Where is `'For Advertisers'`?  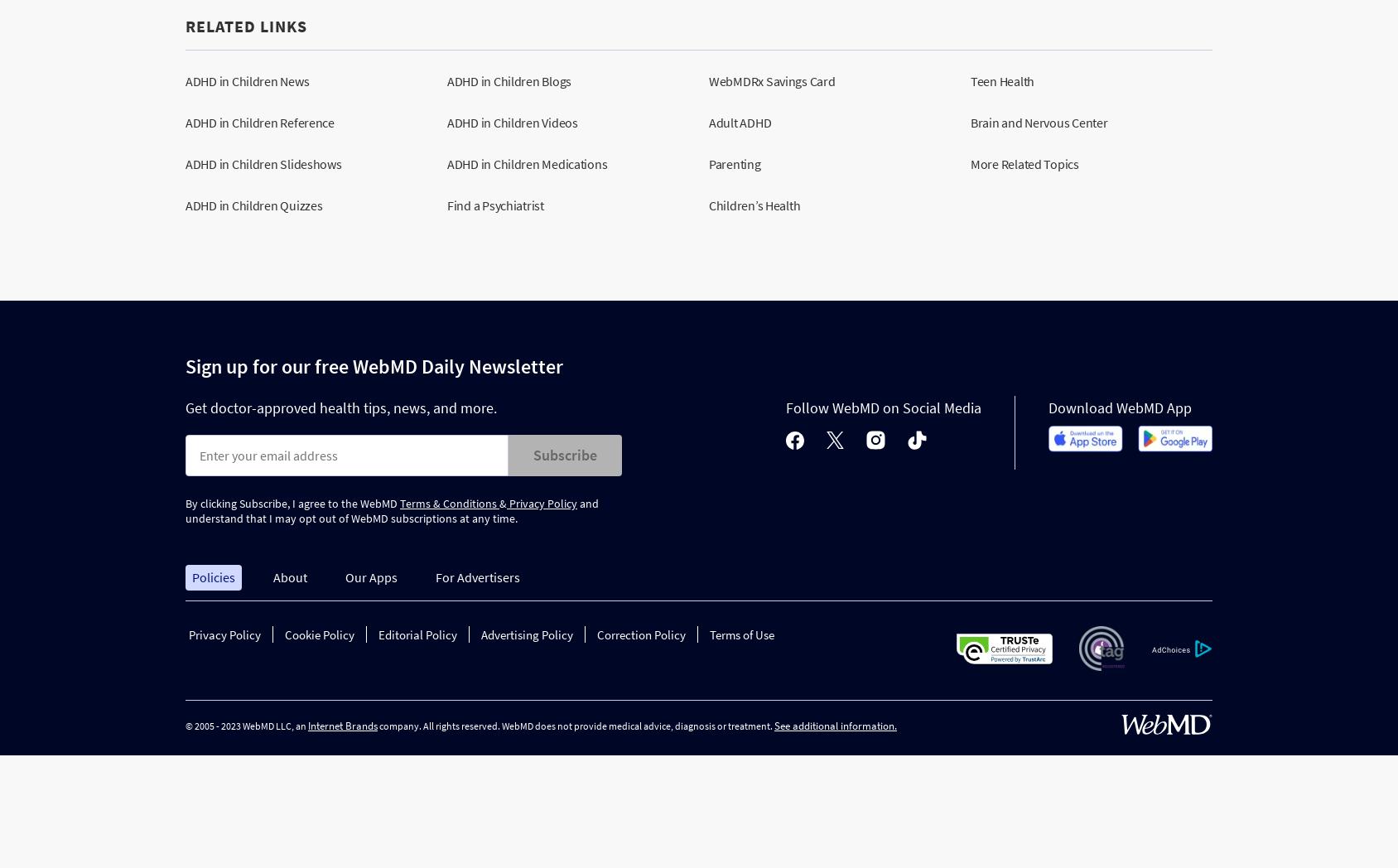 'For Advertisers' is located at coordinates (434, 577).